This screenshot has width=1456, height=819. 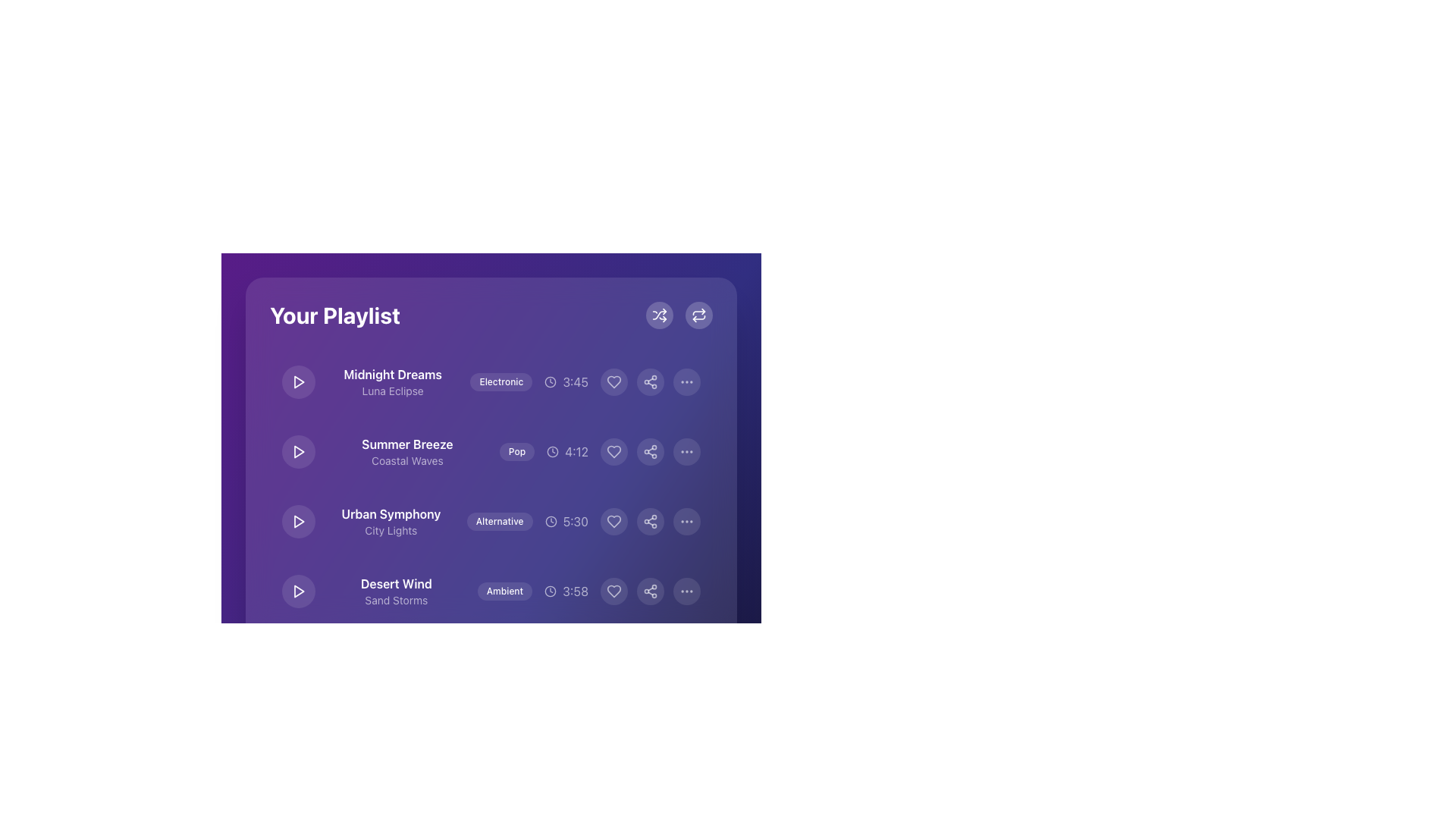 I want to click on the circular clock icon located to the left of the duration '3:45' in the 'Midnight Dreams' track row of the playlist interface, so click(x=550, y=381).